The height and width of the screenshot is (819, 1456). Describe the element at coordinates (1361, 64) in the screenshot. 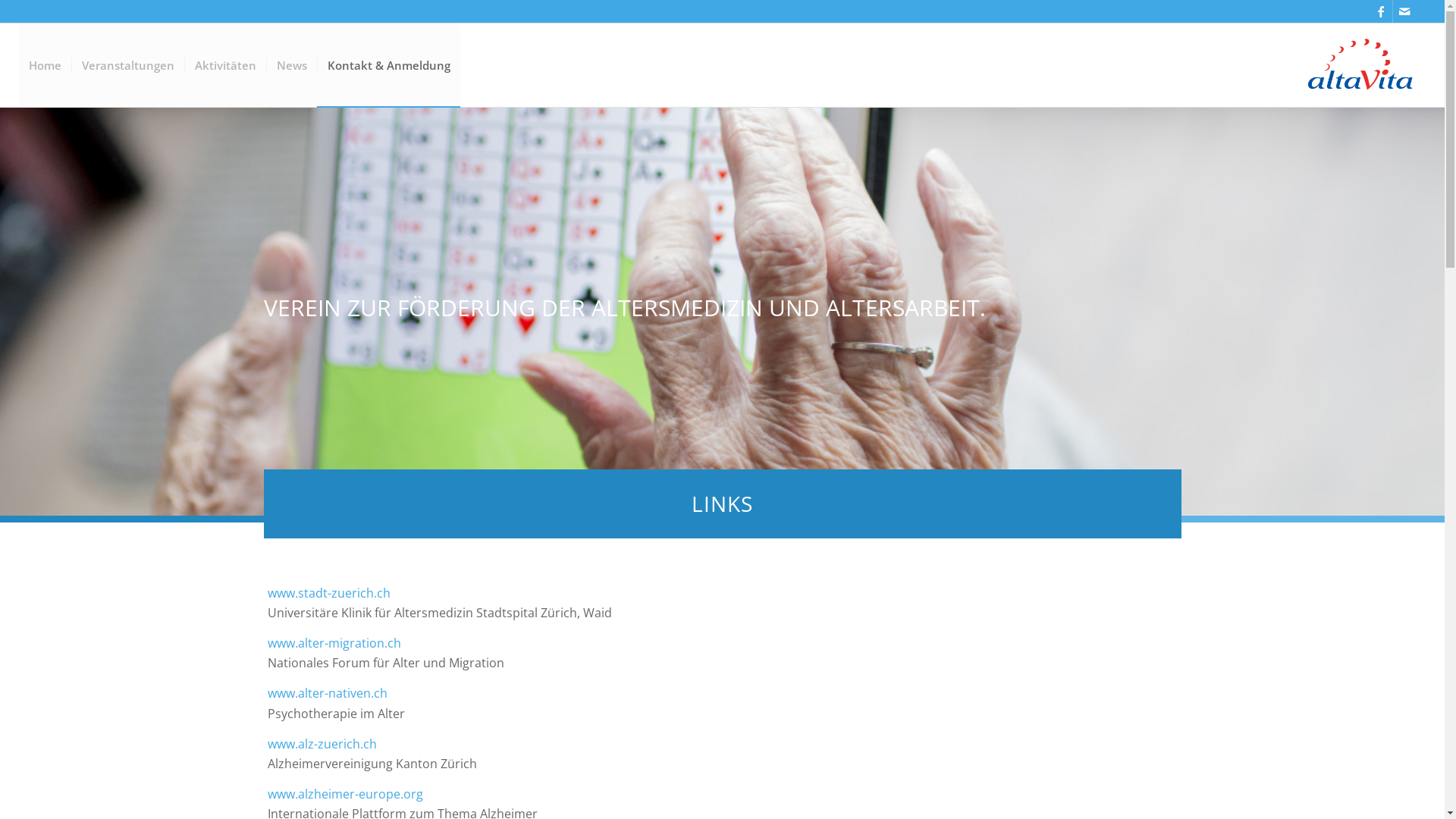

I see `'Logo altavita'` at that location.